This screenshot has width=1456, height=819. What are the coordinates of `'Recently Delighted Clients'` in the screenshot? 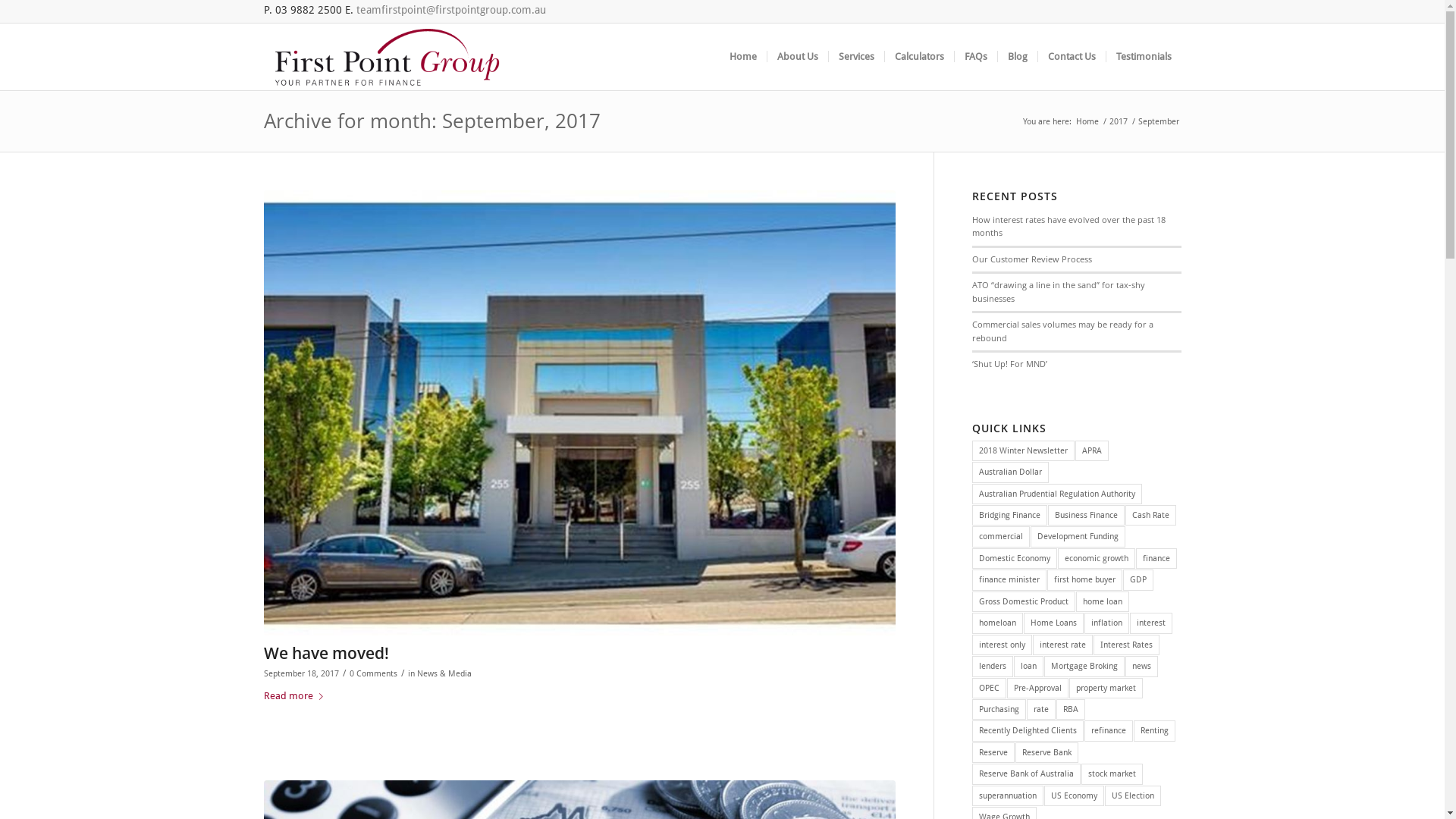 It's located at (1028, 730).